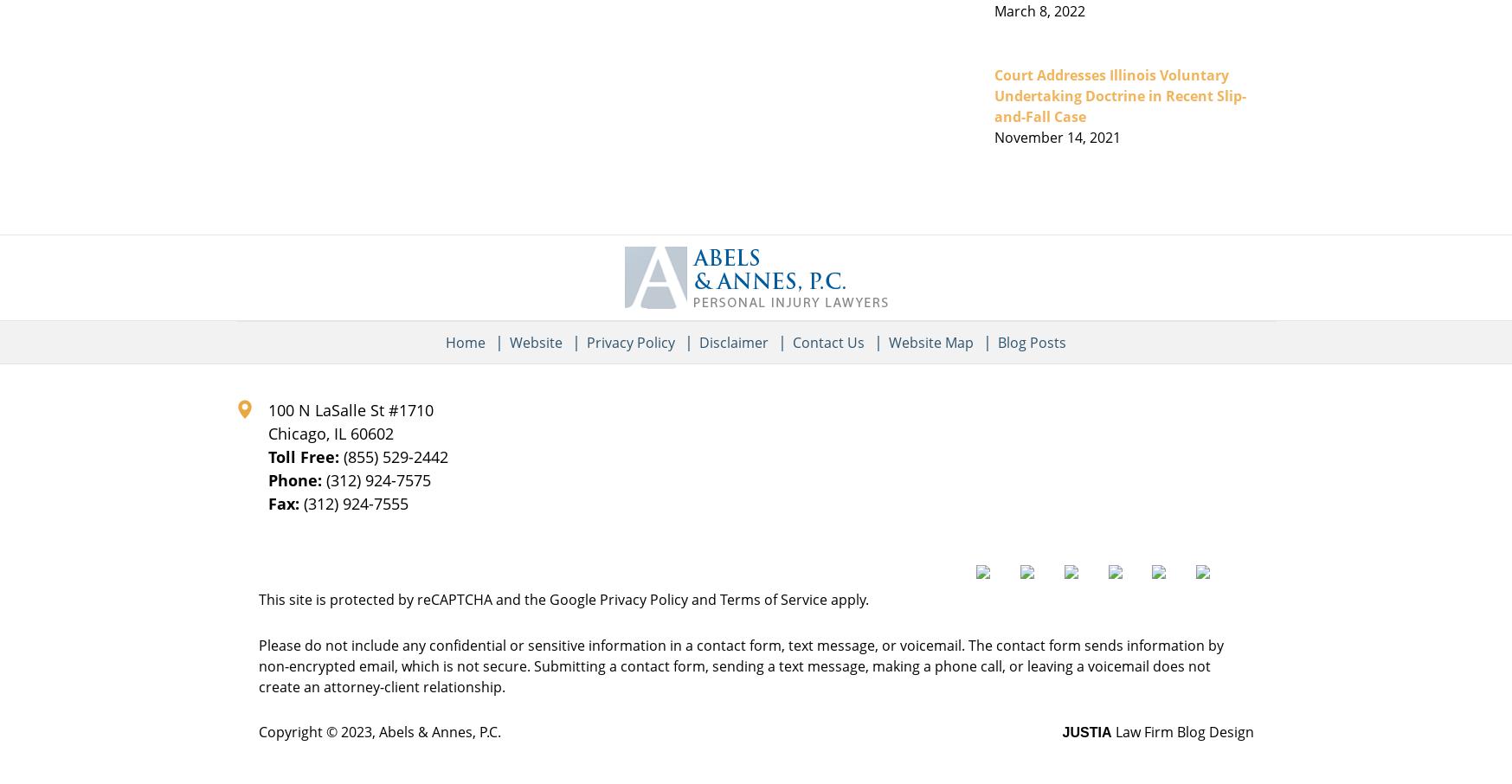  Describe the element at coordinates (427, 599) in the screenshot. I see `'This site is protected by reCAPTCHA and the Google'` at that location.